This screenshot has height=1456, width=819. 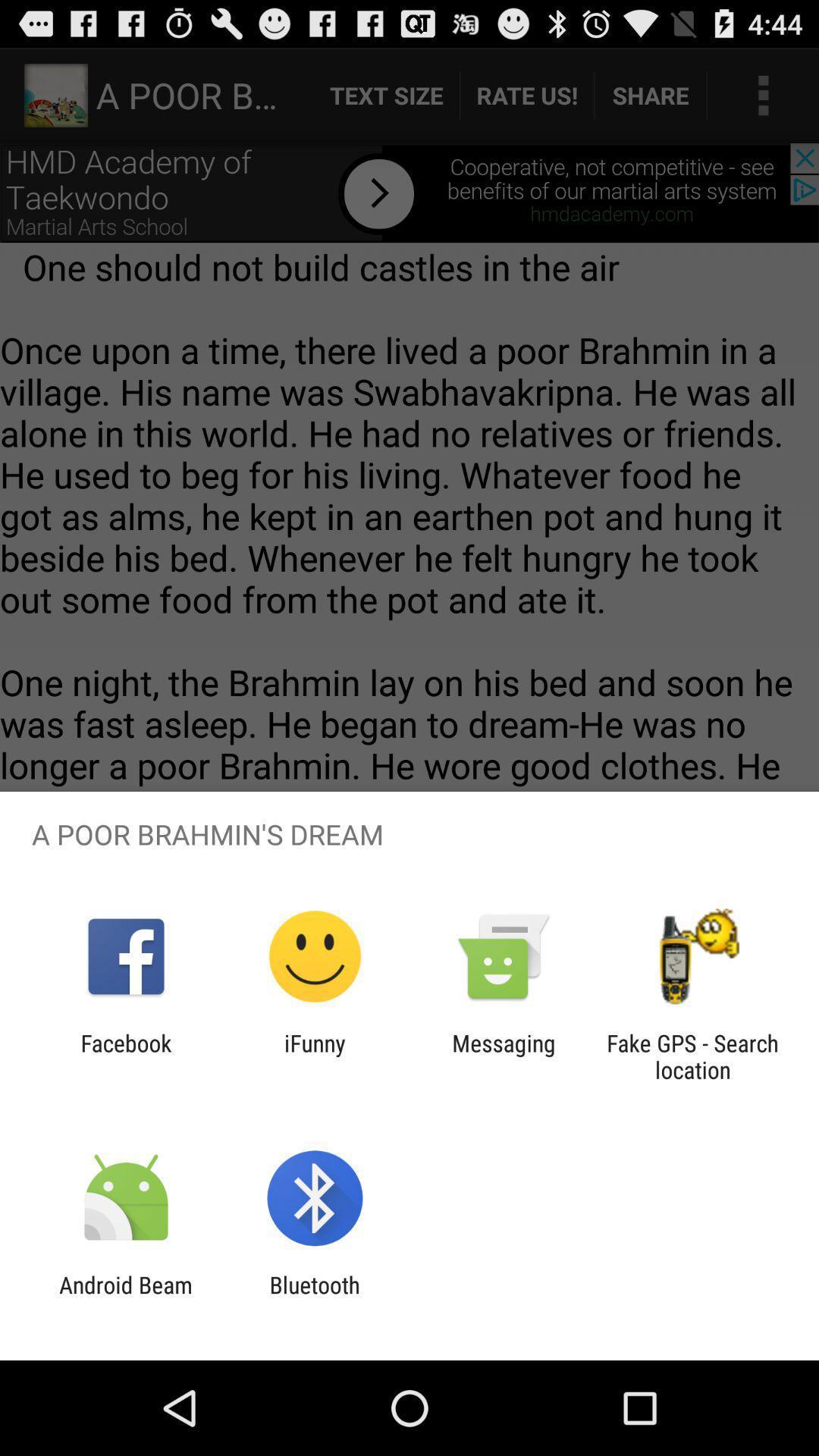 I want to click on app to the left of bluetooth icon, so click(x=125, y=1298).